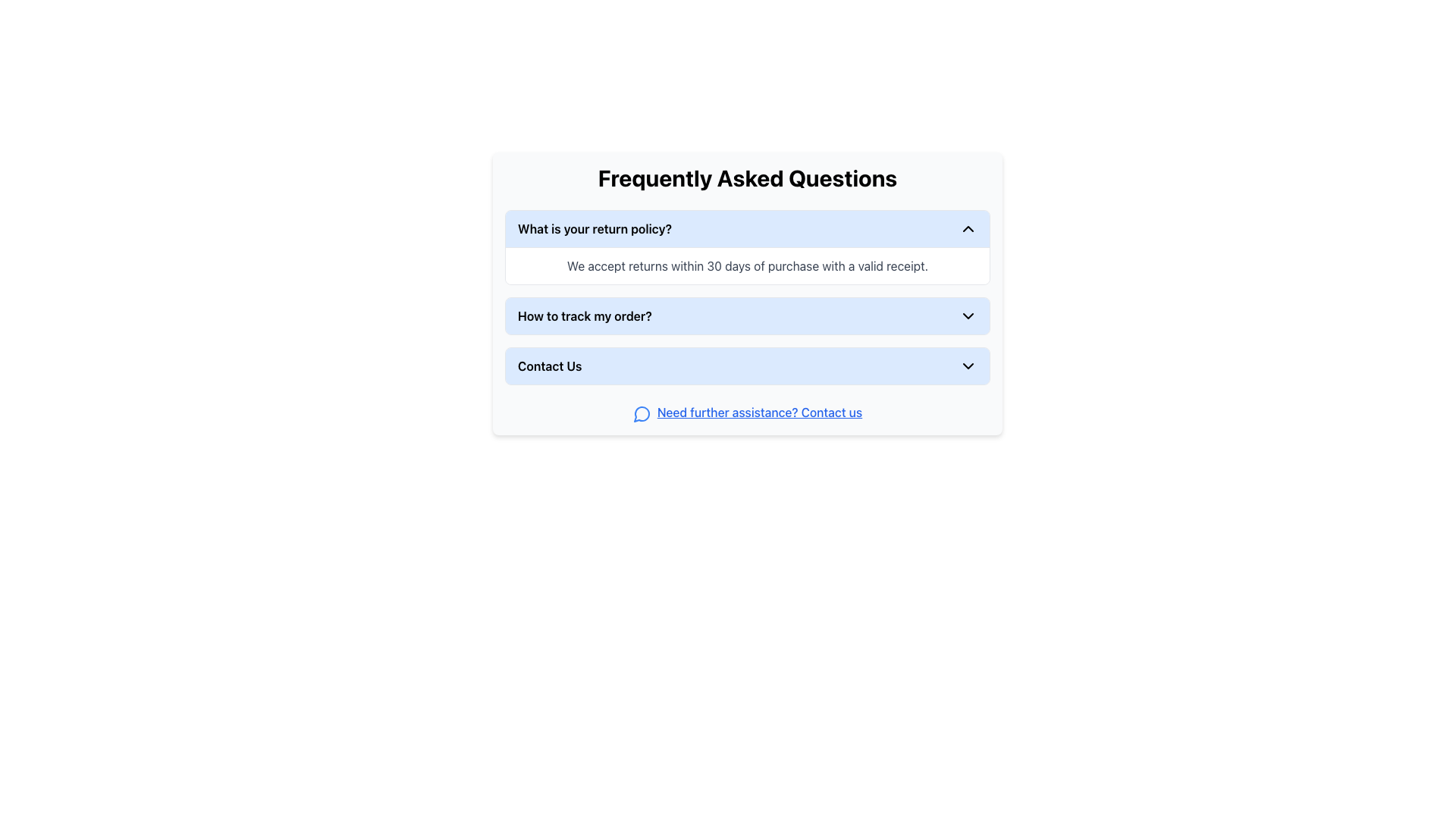  Describe the element at coordinates (747, 412) in the screenshot. I see `the hyperlink 'Contact us' within the text block at the bottom of the 'Frequently Asked Questions' section for accessibility navigation` at that location.